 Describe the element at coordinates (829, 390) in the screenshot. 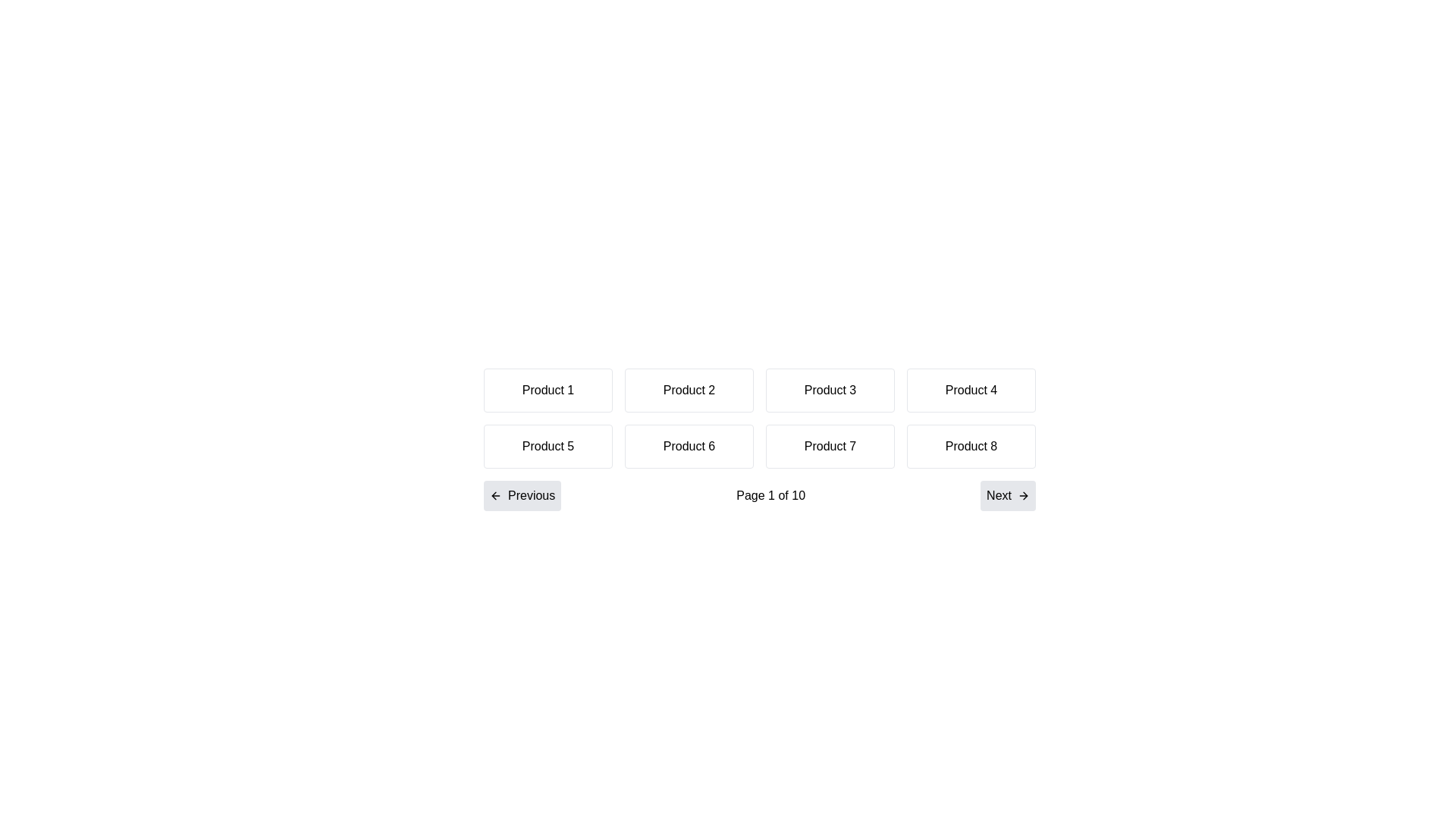

I see `the button labeled 'Product 3'` at that location.